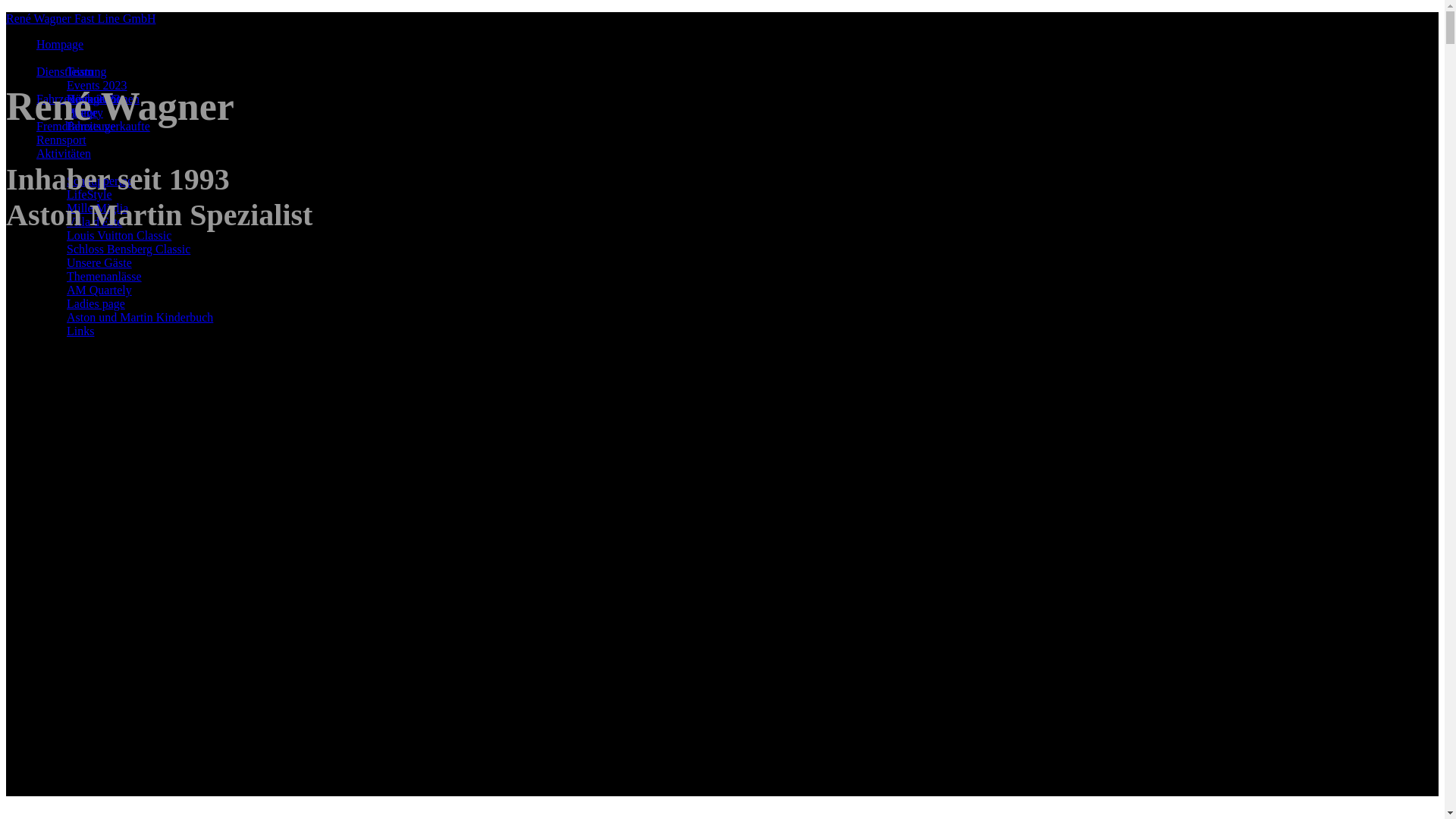 The height and width of the screenshot is (819, 1456). What do you see at coordinates (128, 248) in the screenshot?
I see `'Schloss Bensberg Classic'` at bounding box center [128, 248].